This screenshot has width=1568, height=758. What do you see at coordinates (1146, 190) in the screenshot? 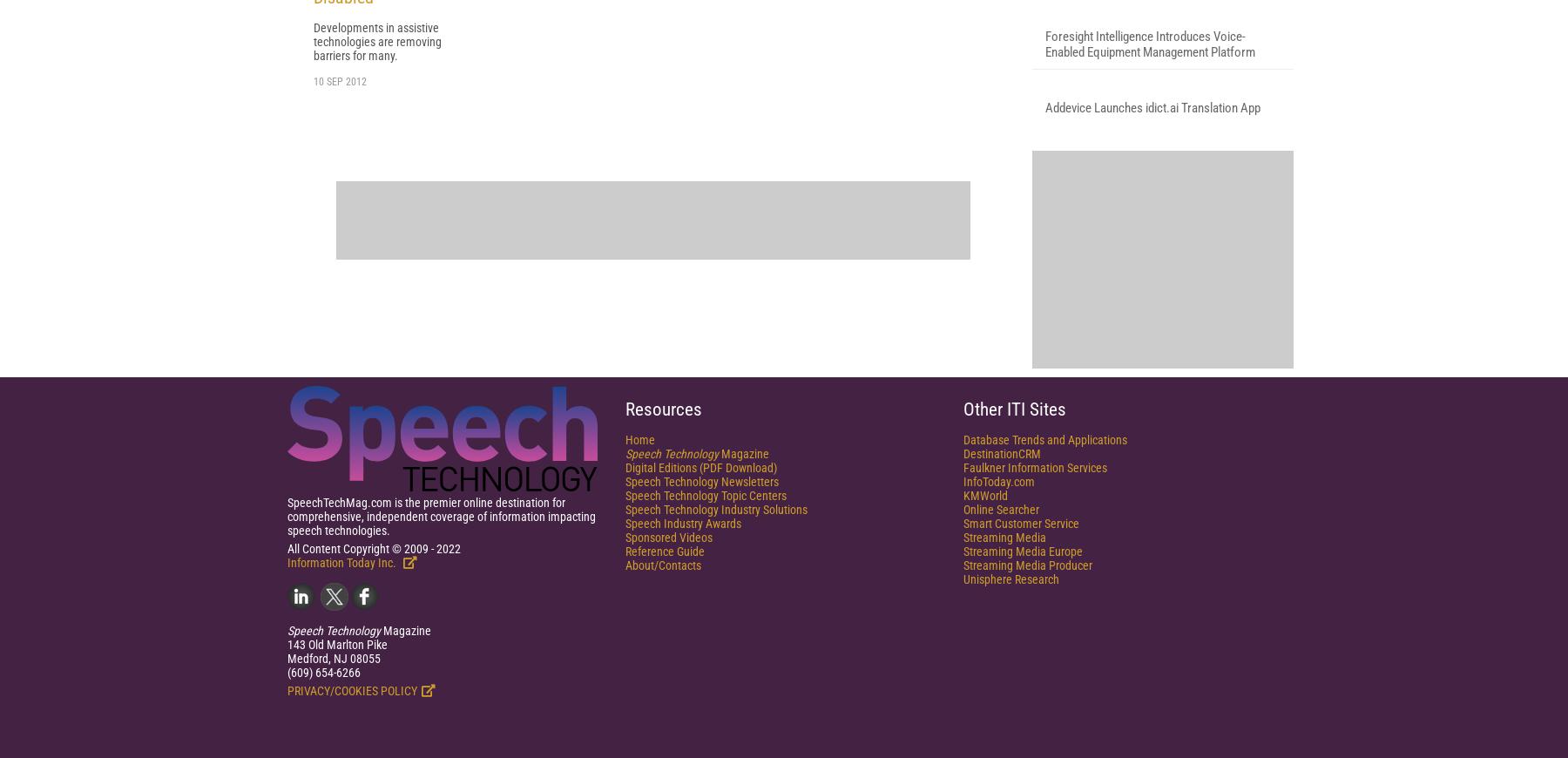
I see `'OpenAI Launches TTS Models and APIs'` at bounding box center [1146, 190].